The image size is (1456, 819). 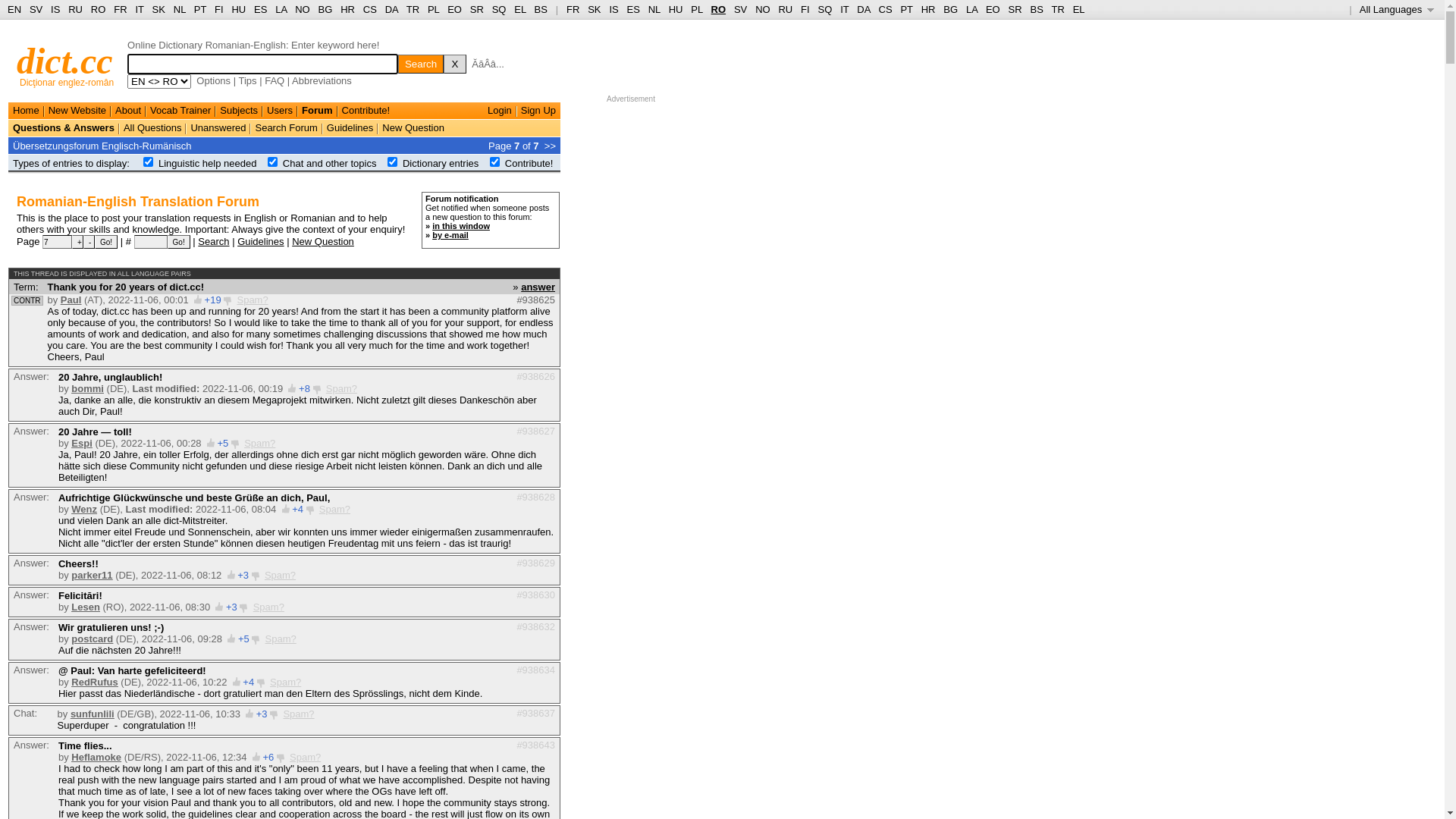 What do you see at coordinates (85, 606) in the screenshot?
I see `'Lesen'` at bounding box center [85, 606].